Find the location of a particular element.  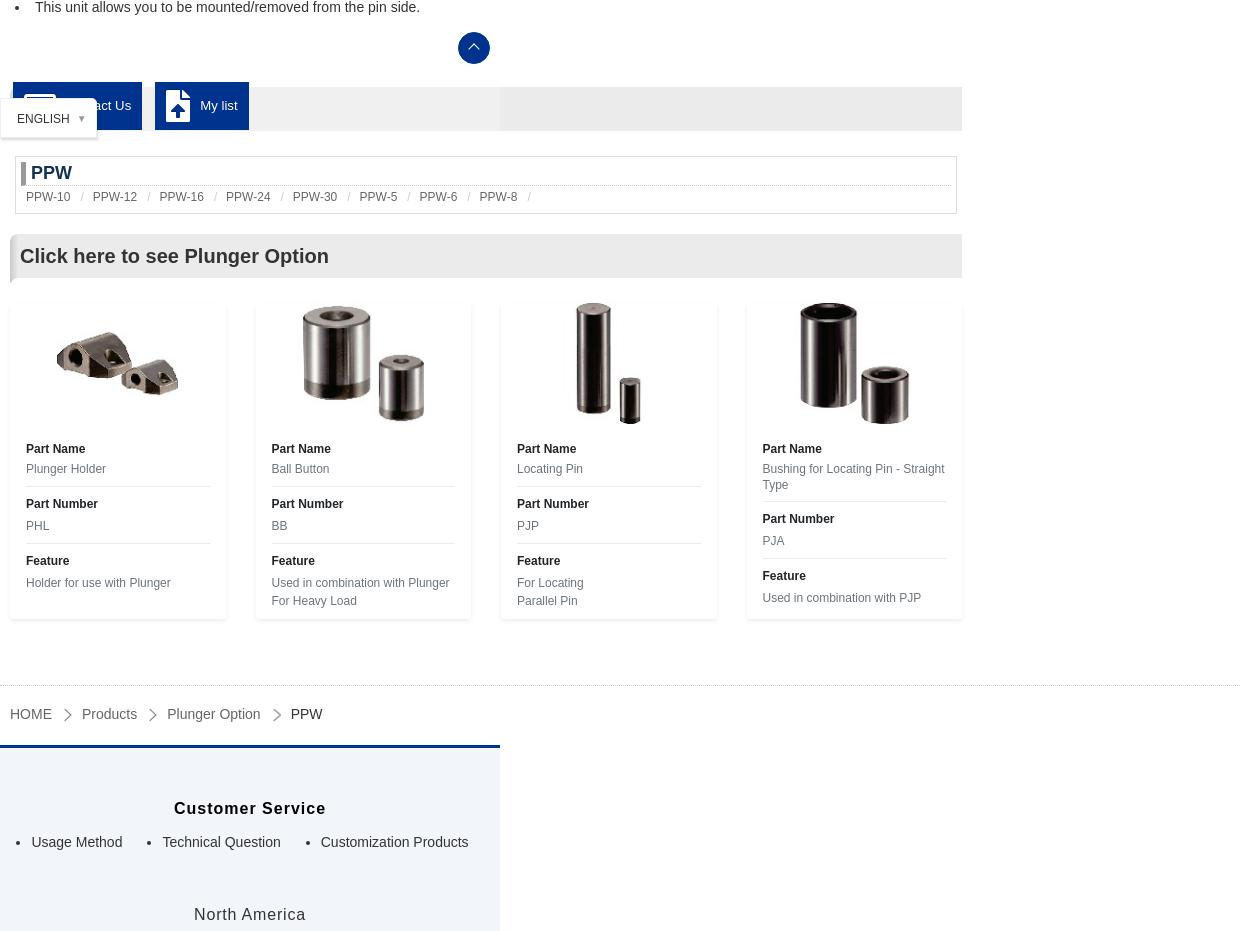

'PPW-30' is located at coordinates (314, 195).